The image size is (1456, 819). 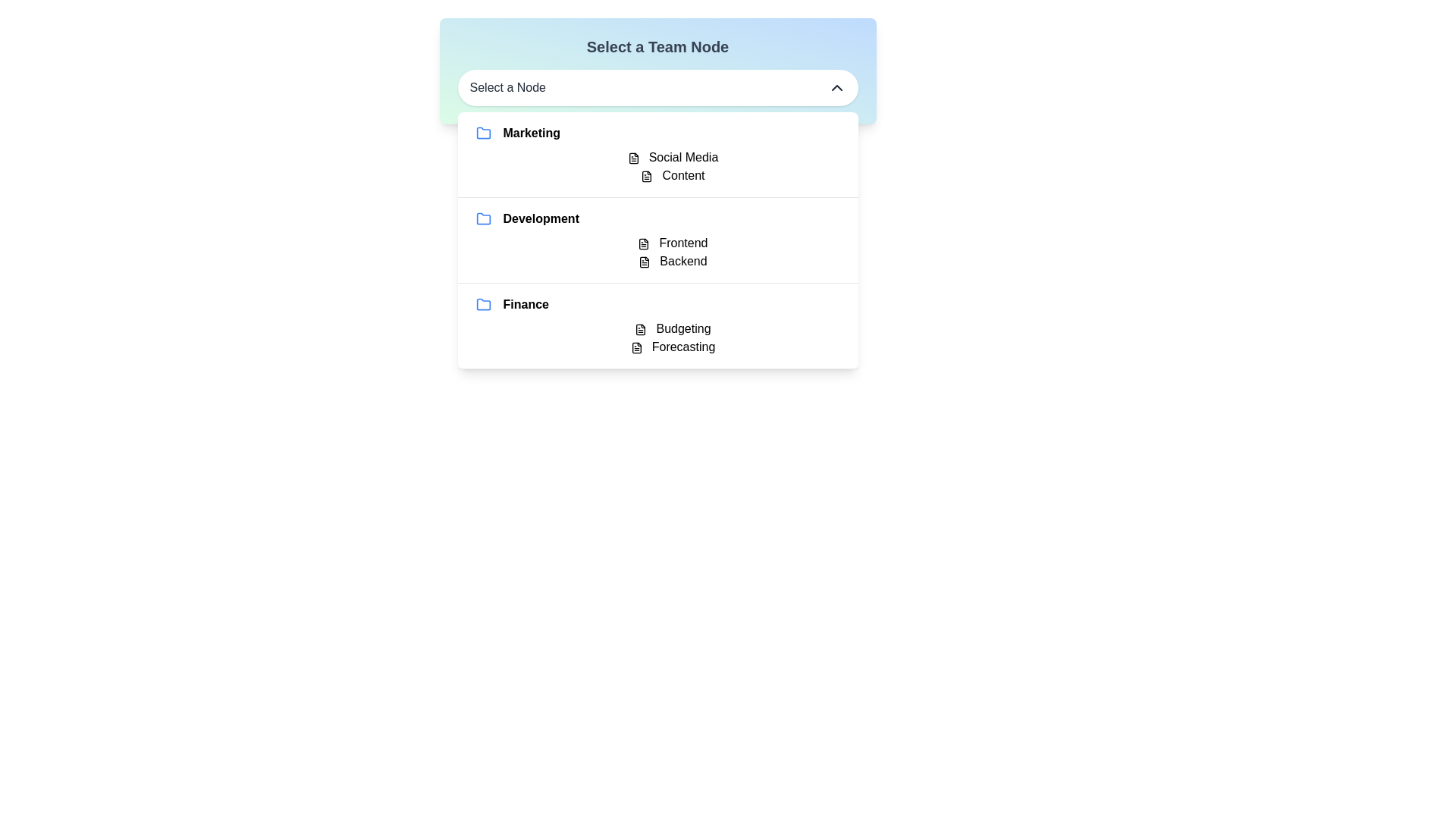 What do you see at coordinates (633, 158) in the screenshot?
I see `the largest icon representing a file or document associated with the 'Social Media' text entry in the marketing category, located to the left of the 'Social Media' text item in the dropdown menu` at bounding box center [633, 158].